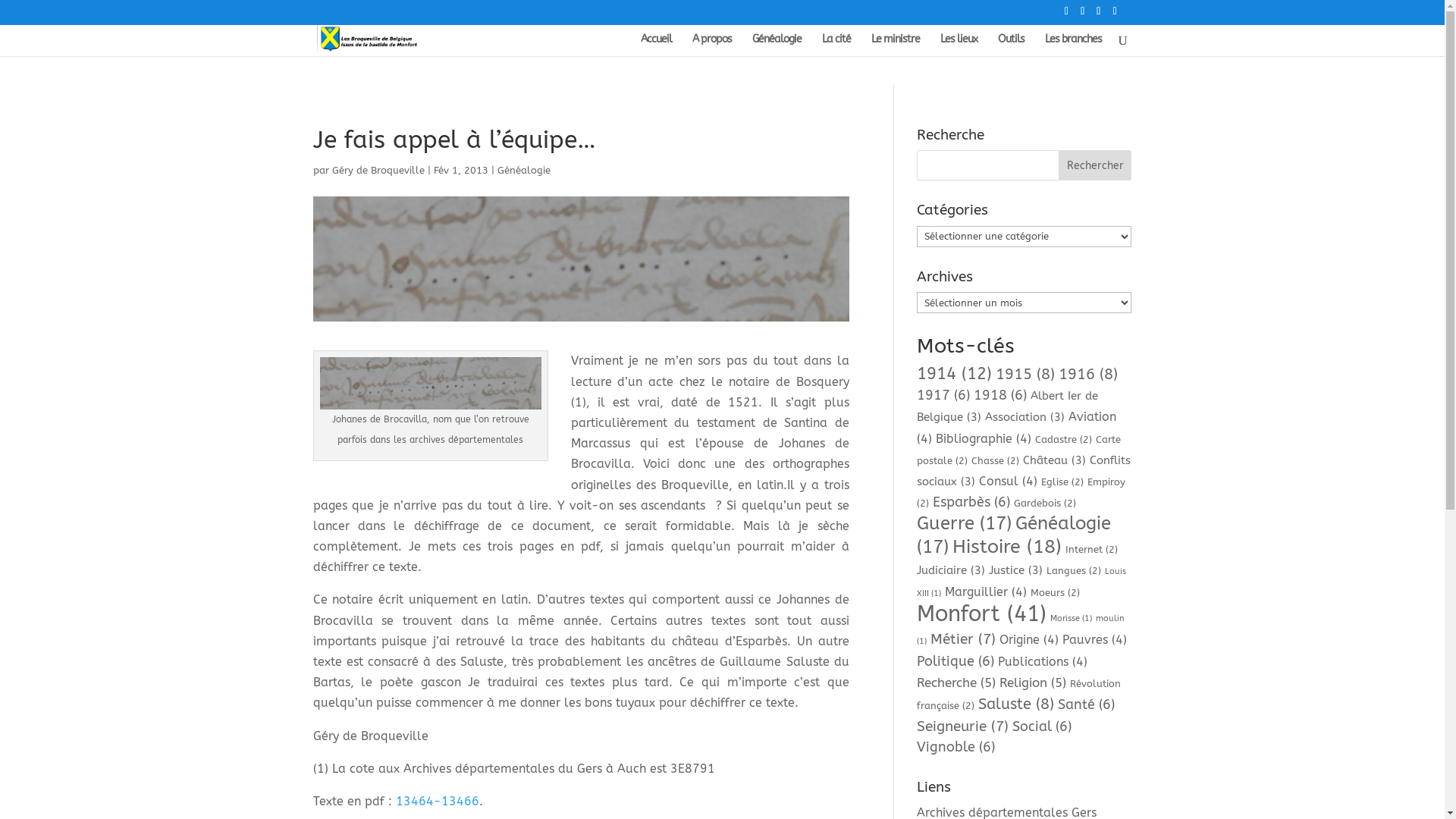 This screenshot has height=819, width=1456. I want to click on 'Justice (3)', so click(1015, 570).